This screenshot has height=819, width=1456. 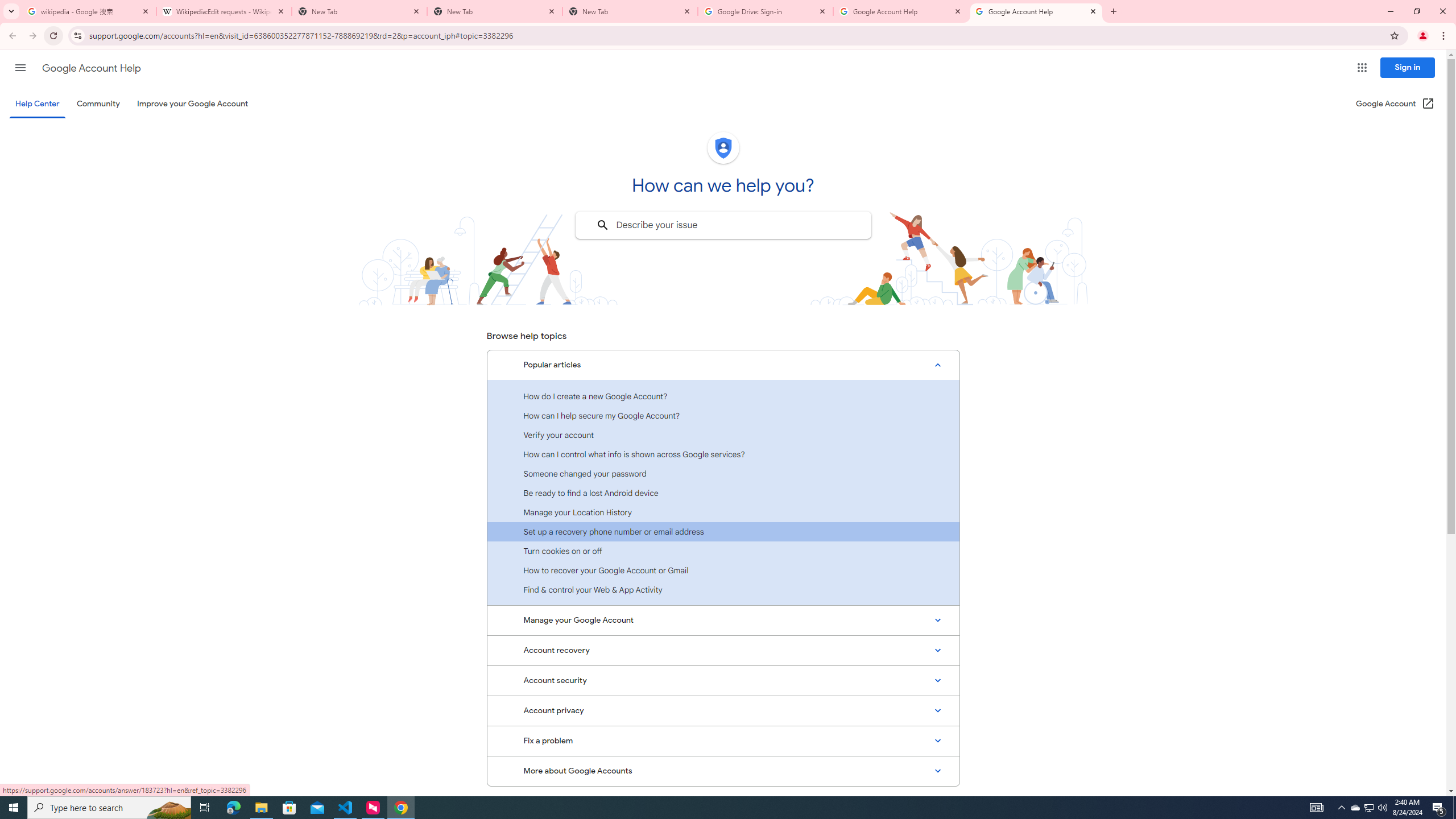 I want to click on 'Be ready to find a lost Android device', so click(x=723, y=492).